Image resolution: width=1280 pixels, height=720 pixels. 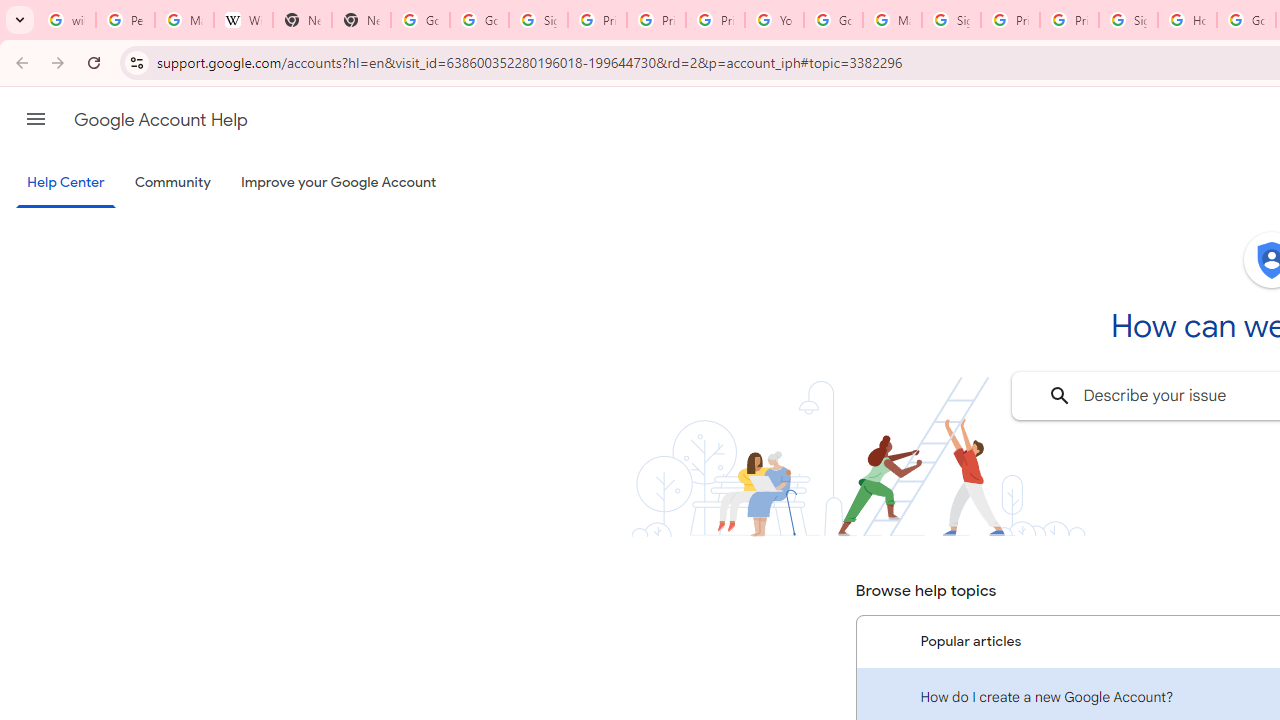 I want to click on 'Search', so click(x=1058, y=396).